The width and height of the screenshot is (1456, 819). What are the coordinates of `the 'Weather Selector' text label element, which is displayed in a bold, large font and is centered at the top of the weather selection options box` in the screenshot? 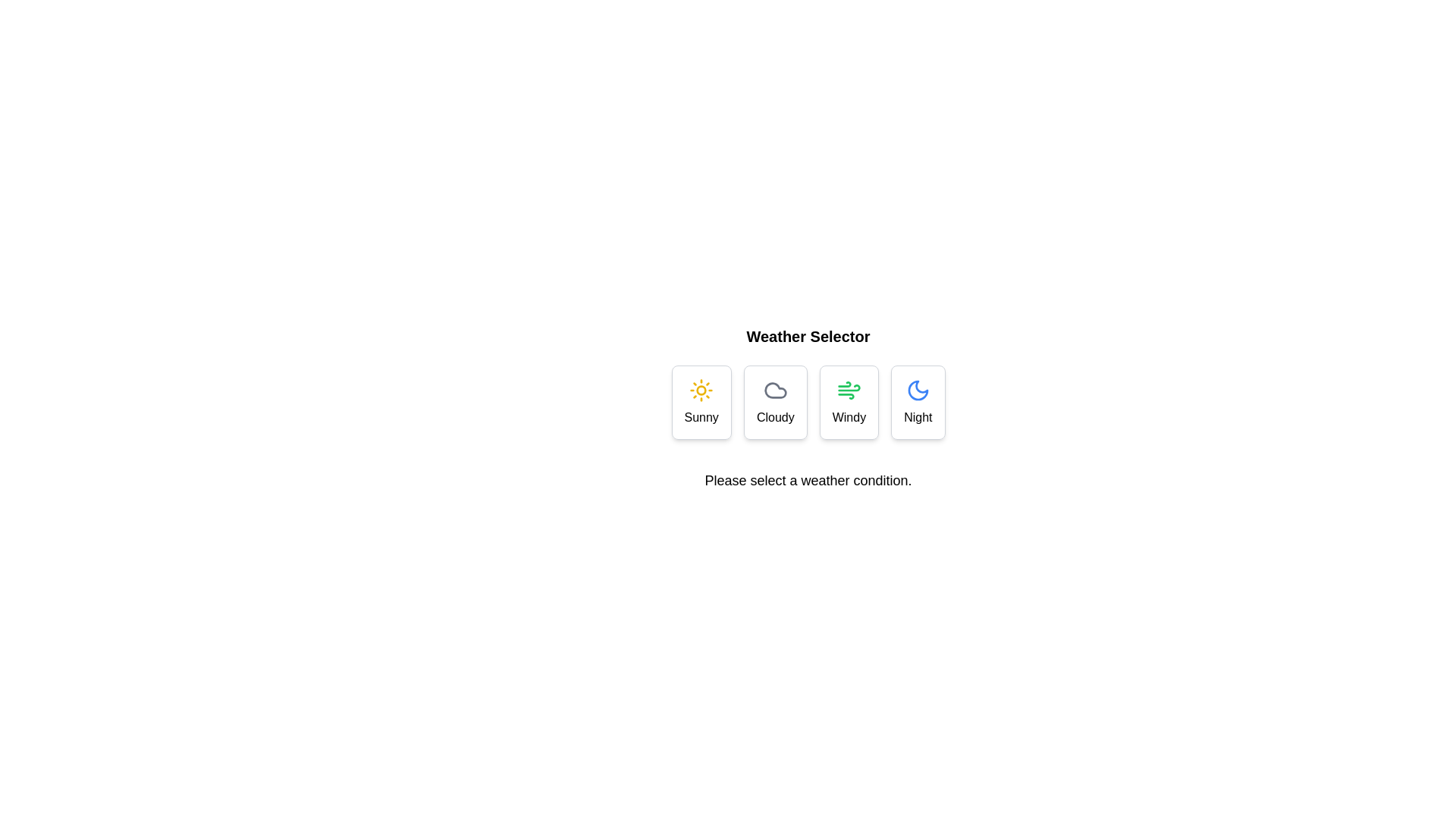 It's located at (807, 335).